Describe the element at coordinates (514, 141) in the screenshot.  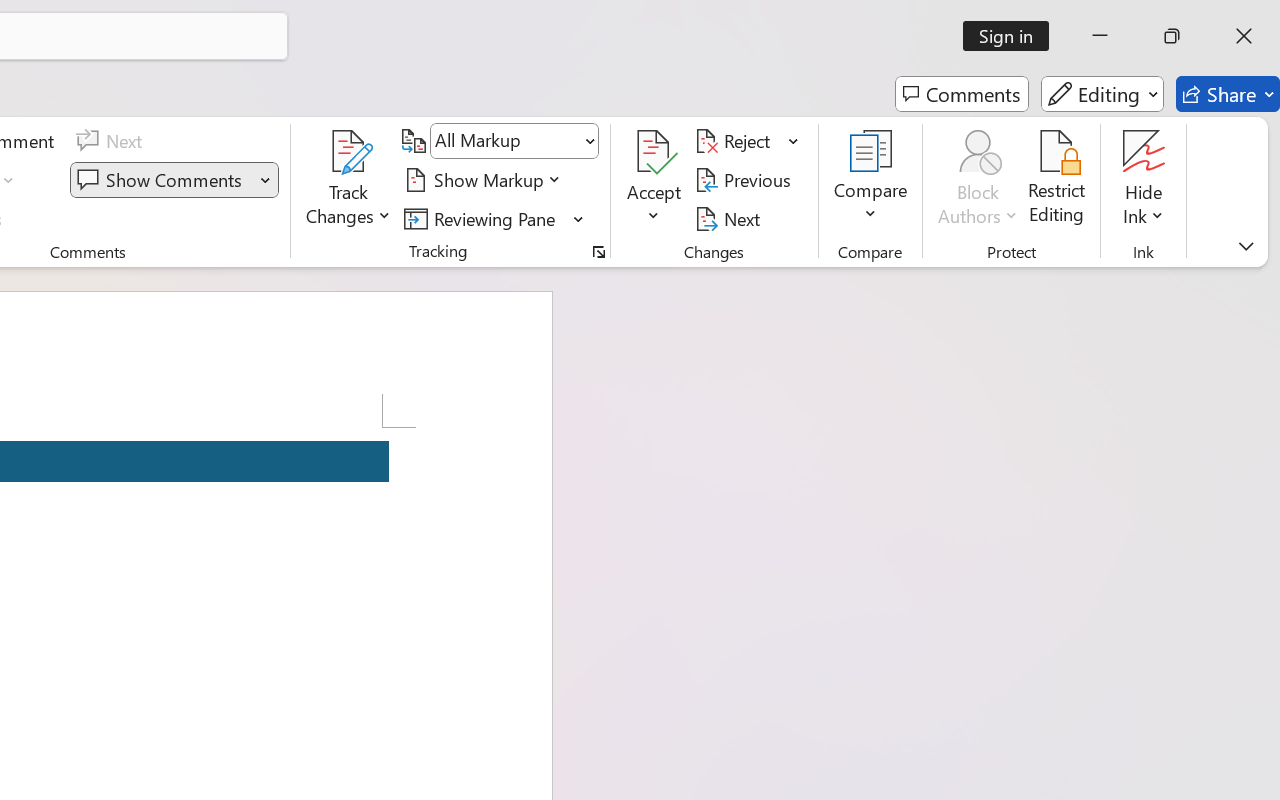
I see `'Display for Review'` at that location.